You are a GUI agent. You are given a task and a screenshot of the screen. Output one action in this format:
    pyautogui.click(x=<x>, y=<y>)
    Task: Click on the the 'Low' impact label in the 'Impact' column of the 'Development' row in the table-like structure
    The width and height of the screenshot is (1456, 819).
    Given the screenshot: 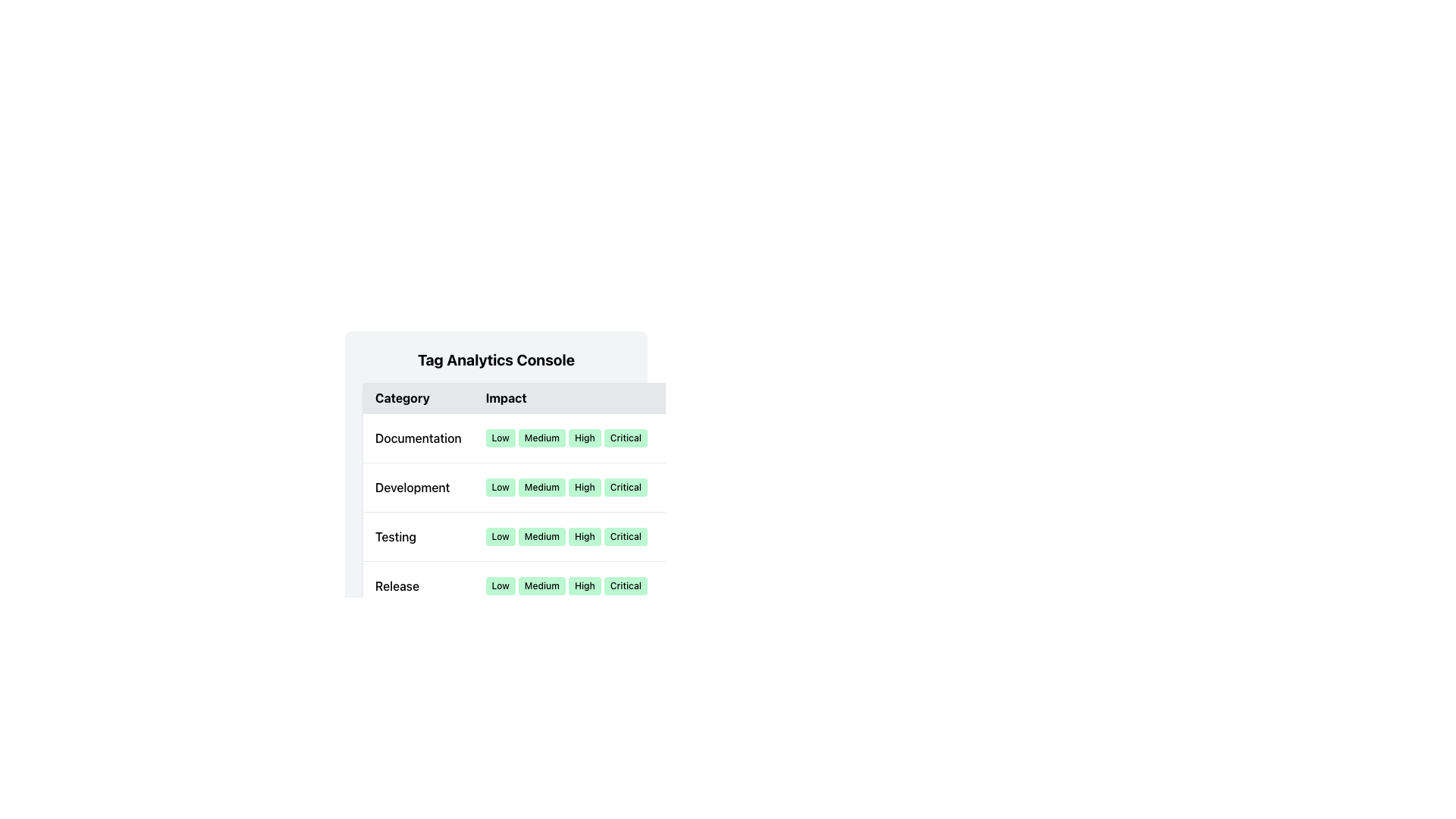 What is the action you would take?
    pyautogui.click(x=500, y=488)
    